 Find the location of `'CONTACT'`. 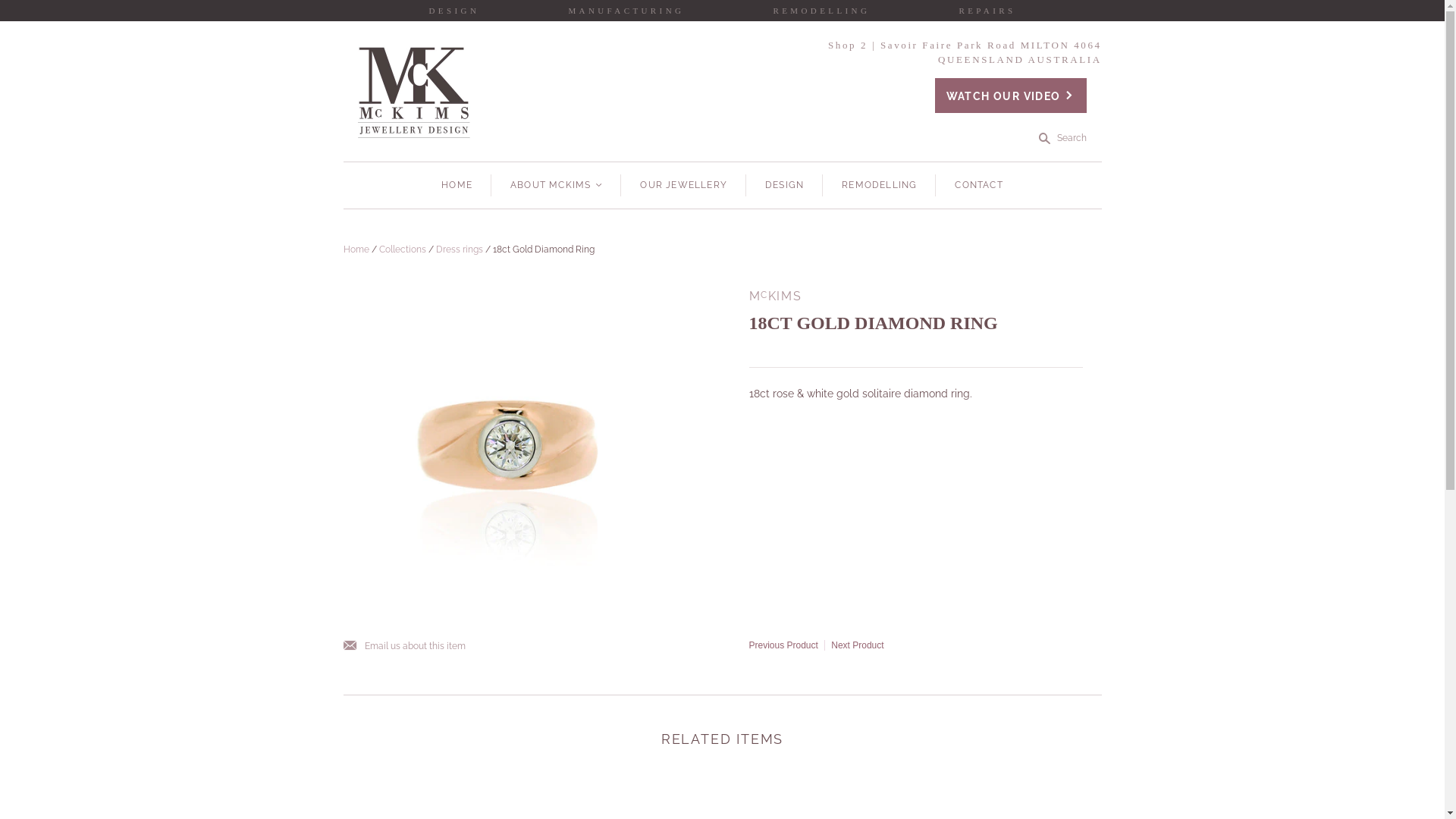

'CONTACT' is located at coordinates (978, 184).